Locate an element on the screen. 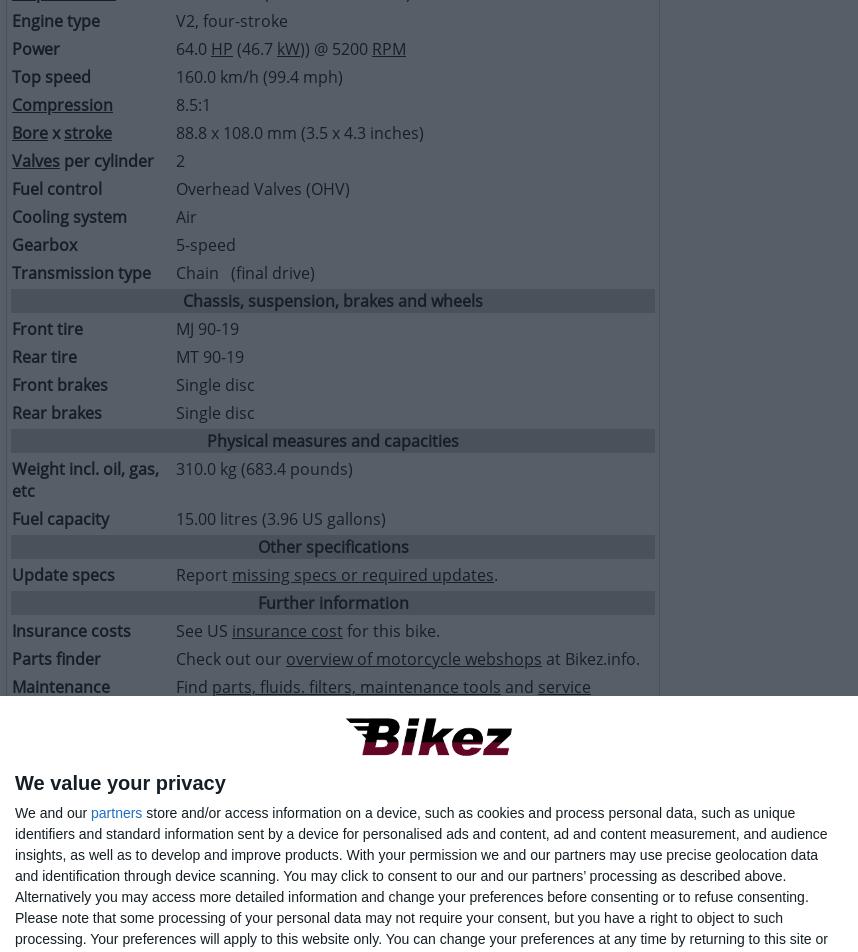  'Chassis, suspension, brakes and wheels' is located at coordinates (331, 301).